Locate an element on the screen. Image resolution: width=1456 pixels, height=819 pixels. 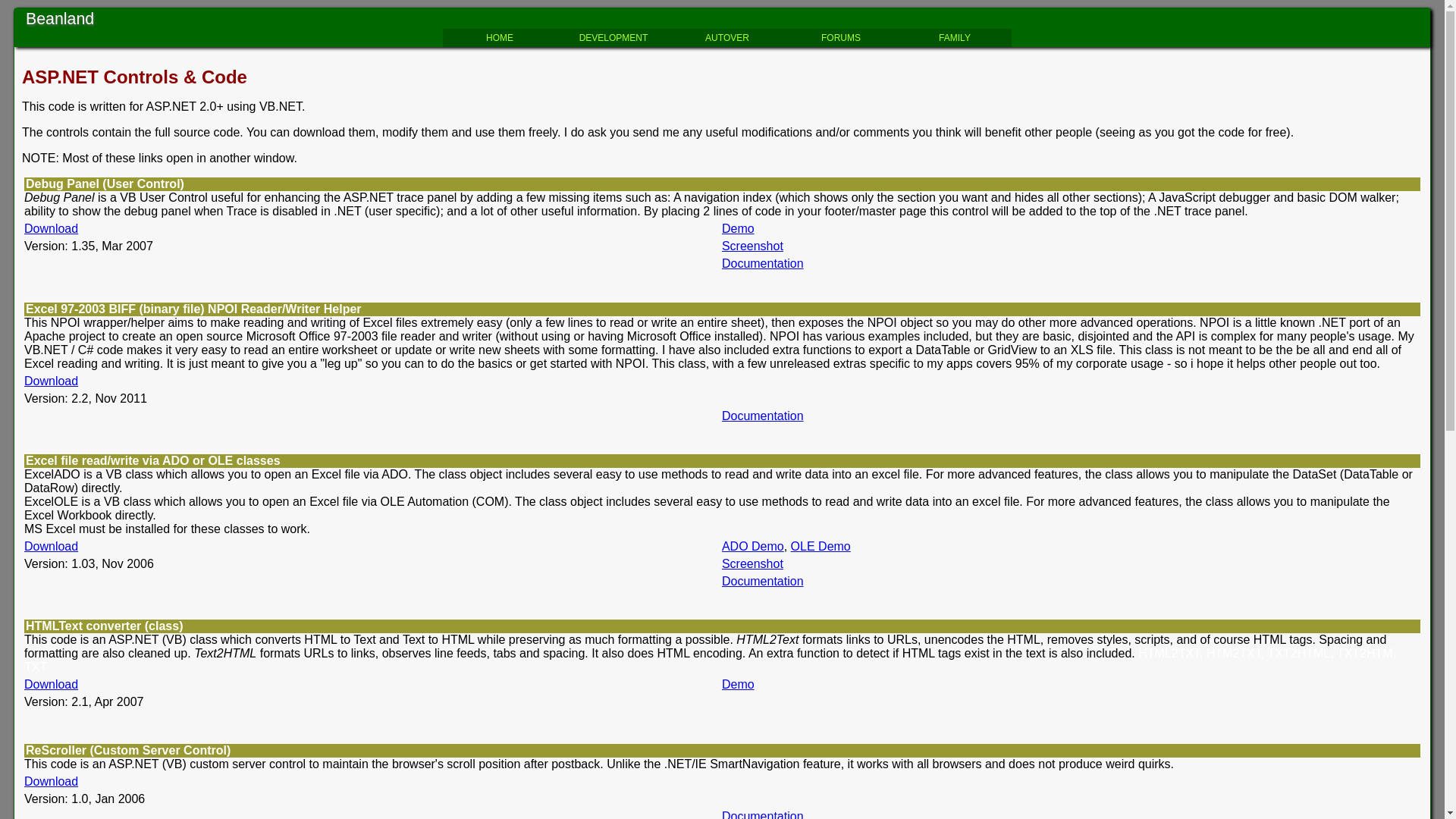
'AUTOVER' is located at coordinates (726, 37).